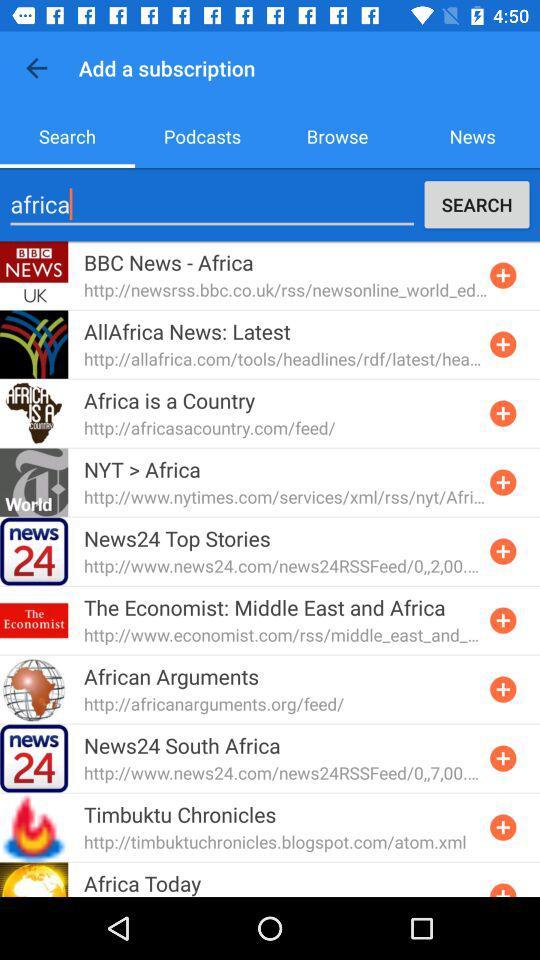 The width and height of the screenshot is (540, 960). What do you see at coordinates (502, 344) in the screenshot?
I see `podcast` at bounding box center [502, 344].